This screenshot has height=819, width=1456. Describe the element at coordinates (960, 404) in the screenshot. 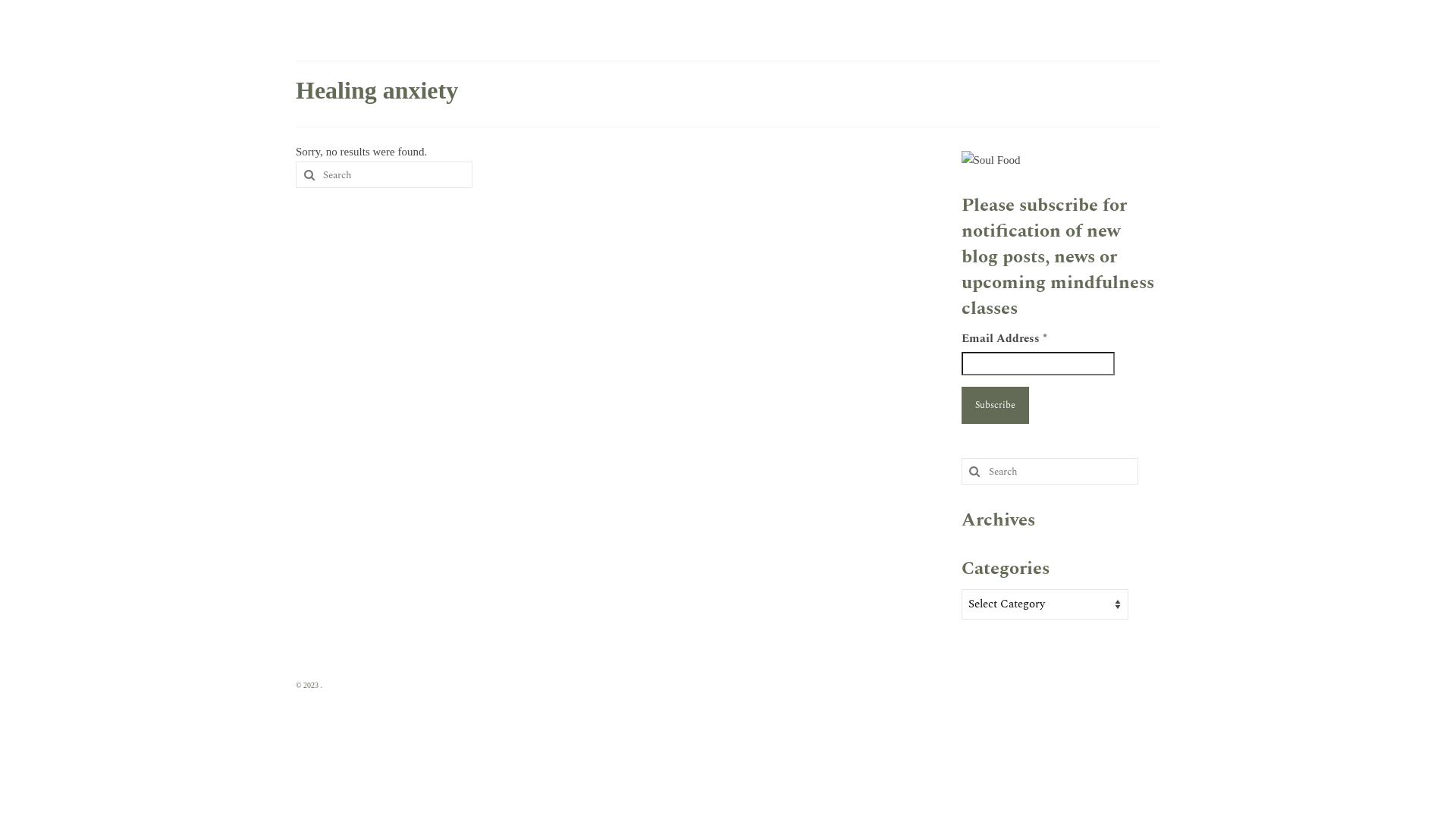

I see `'Subscribe'` at that location.